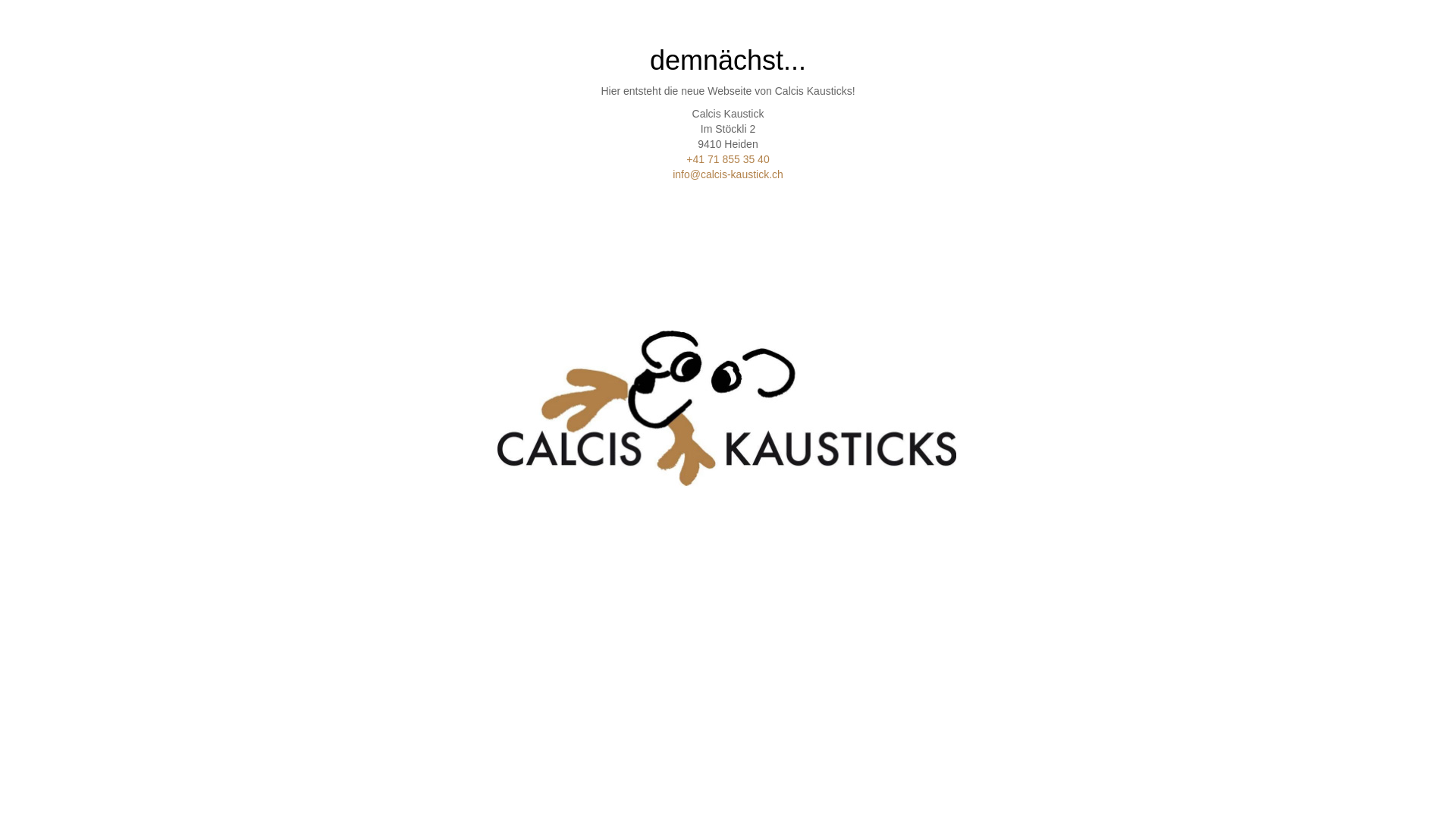 The height and width of the screenshot is (819, 1456). What do you see at coordinates (726, 158) in the screenshot?
I see `'+41 71 855 35 40'` at bounding box center [726, 158].